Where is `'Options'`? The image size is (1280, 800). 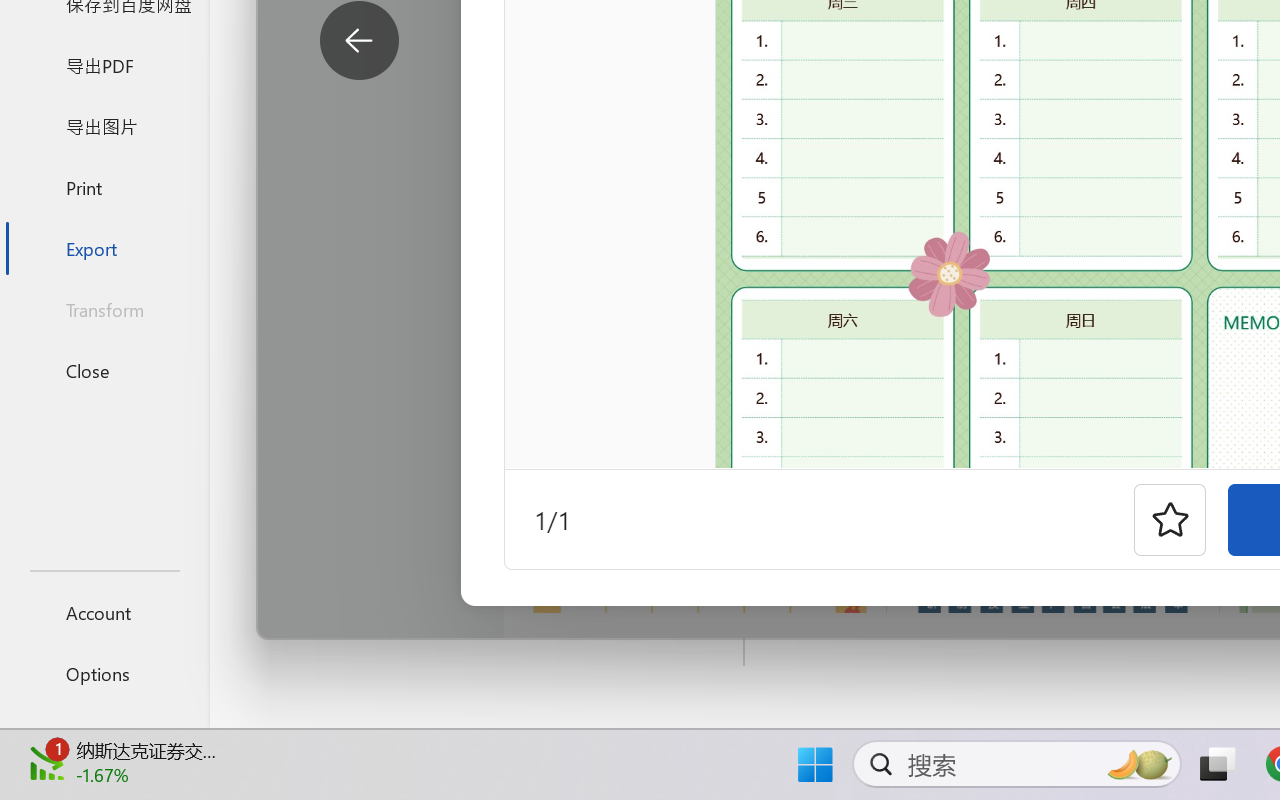
'Options' is located at coordinates (103, 673).